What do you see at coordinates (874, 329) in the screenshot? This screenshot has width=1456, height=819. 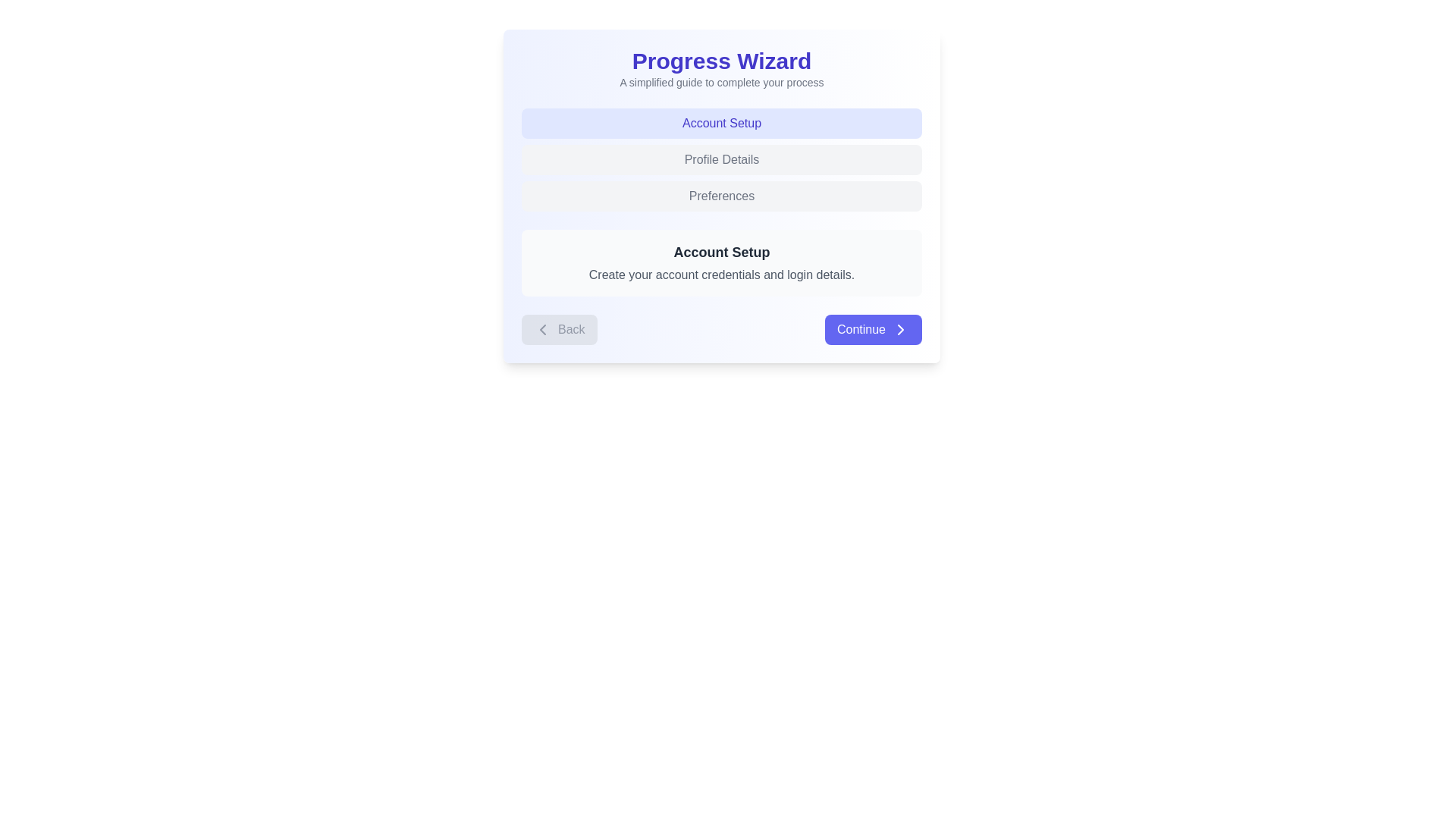 I see `the rightmost button in the bottom-right corner of the interactive card` at bounding box center [874, 329].